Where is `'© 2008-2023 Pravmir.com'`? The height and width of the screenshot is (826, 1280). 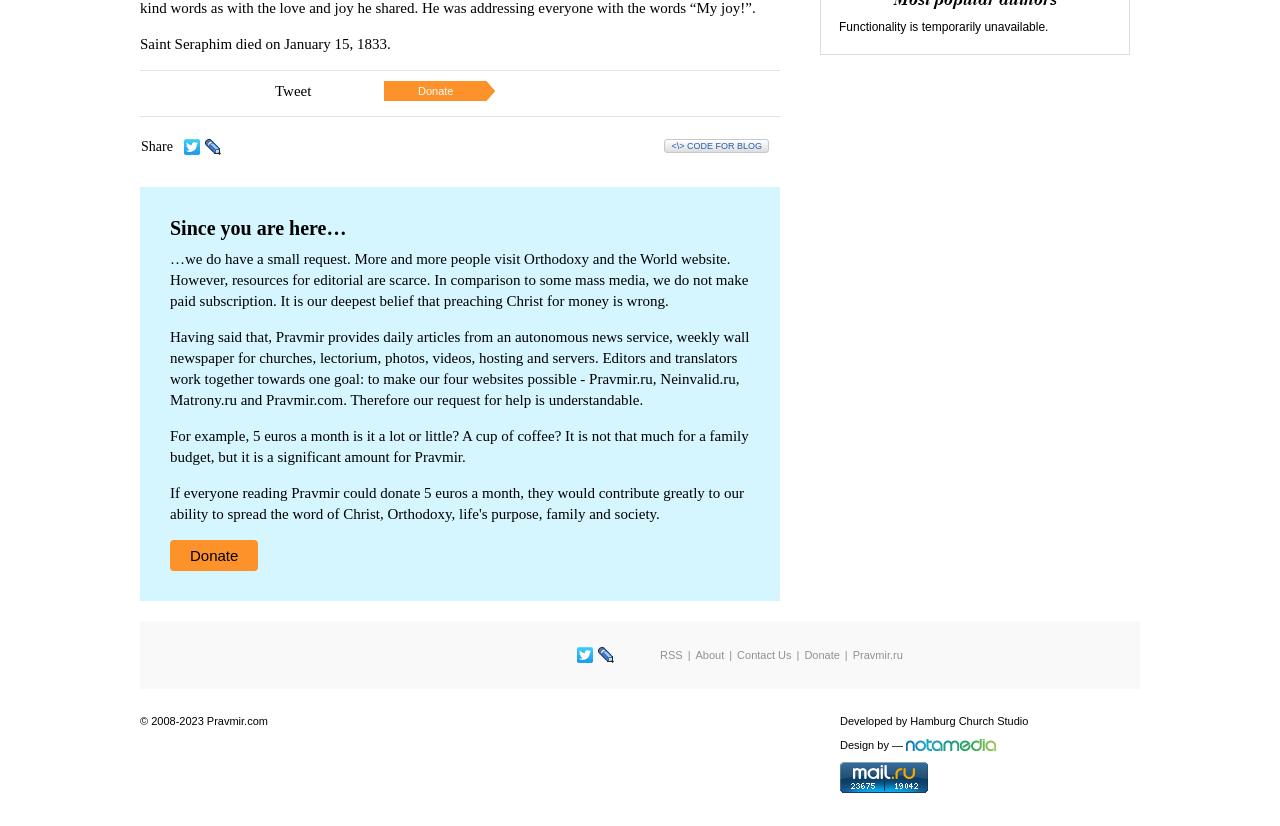
'© 2008-2023 Pravmir.com' is located at coordinates (203, 721).